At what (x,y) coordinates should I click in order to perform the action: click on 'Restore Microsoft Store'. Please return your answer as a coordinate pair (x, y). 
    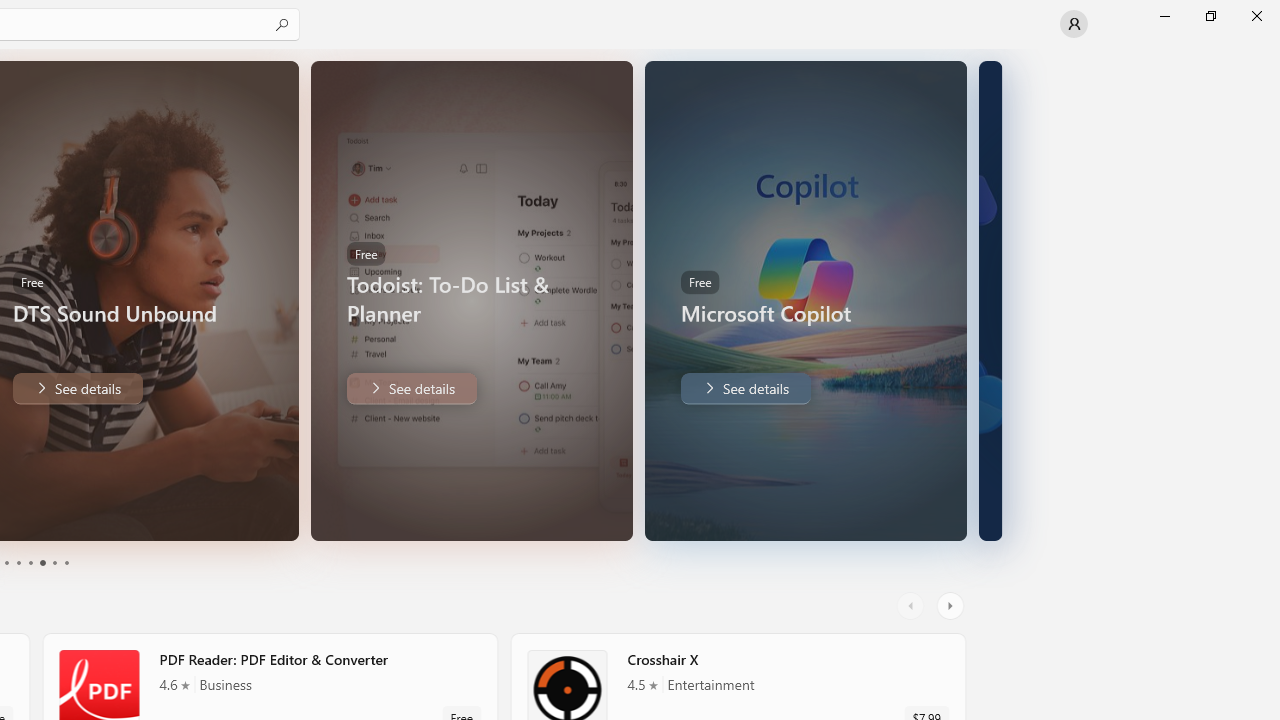
    Looking at the image, I should click on (1209, 15).